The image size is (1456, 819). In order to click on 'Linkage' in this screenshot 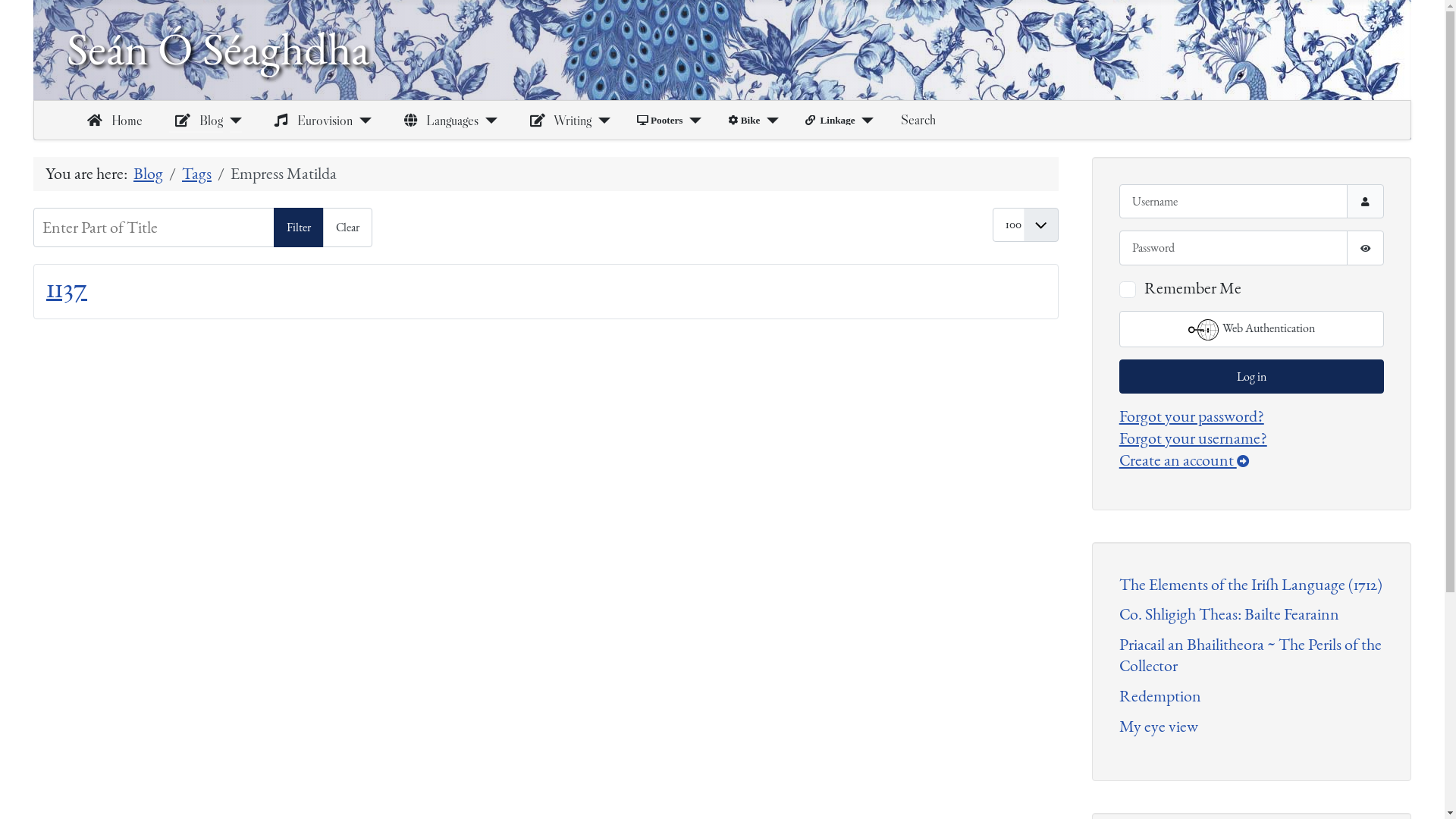, I will do `click(829, 119)`.